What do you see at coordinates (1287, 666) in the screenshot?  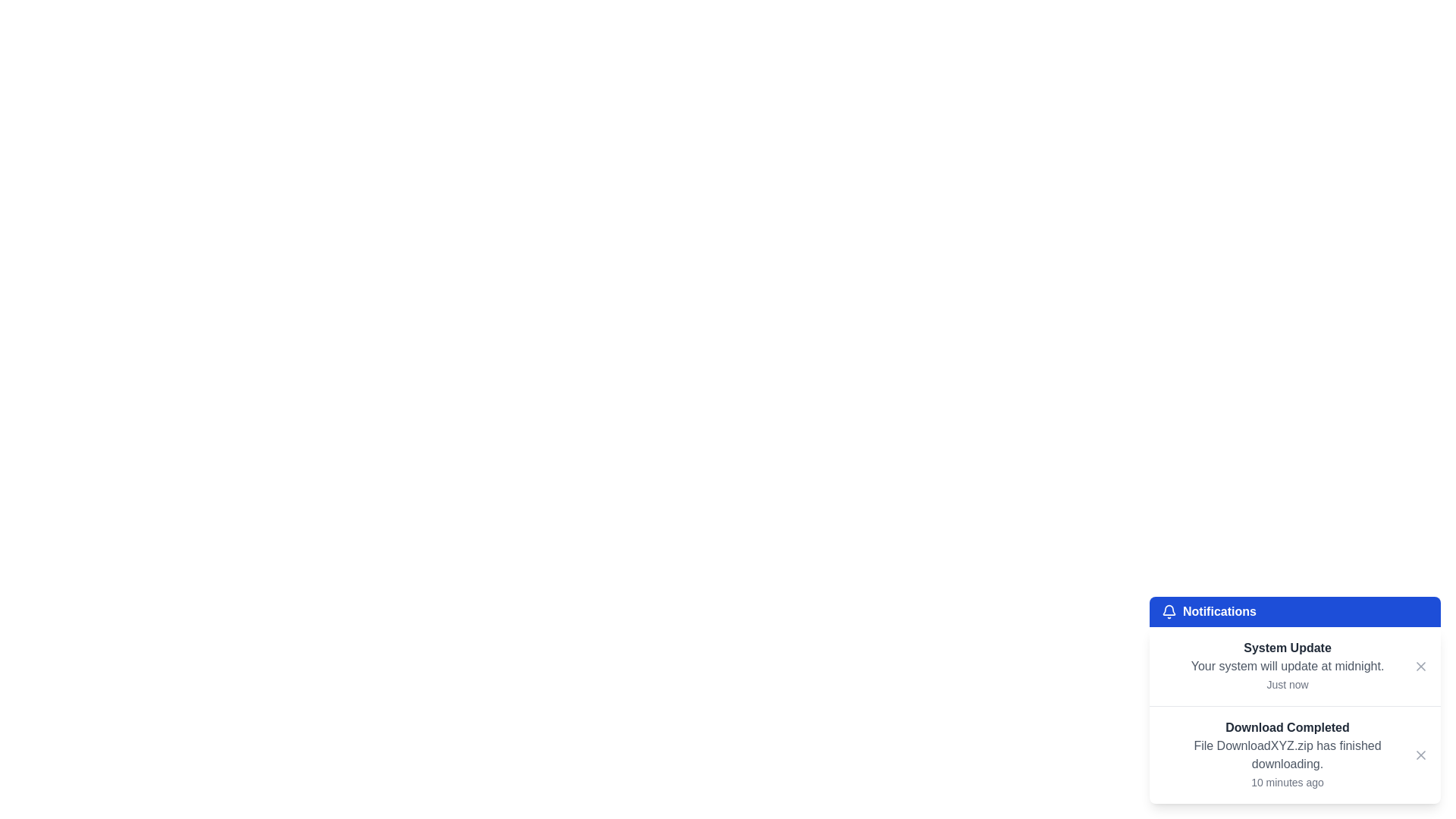 I see `the Text Label that displays 'Your system will update at midnight.' located in the notification panel under the 'System Update' title` at bounding box center [1287, 666].